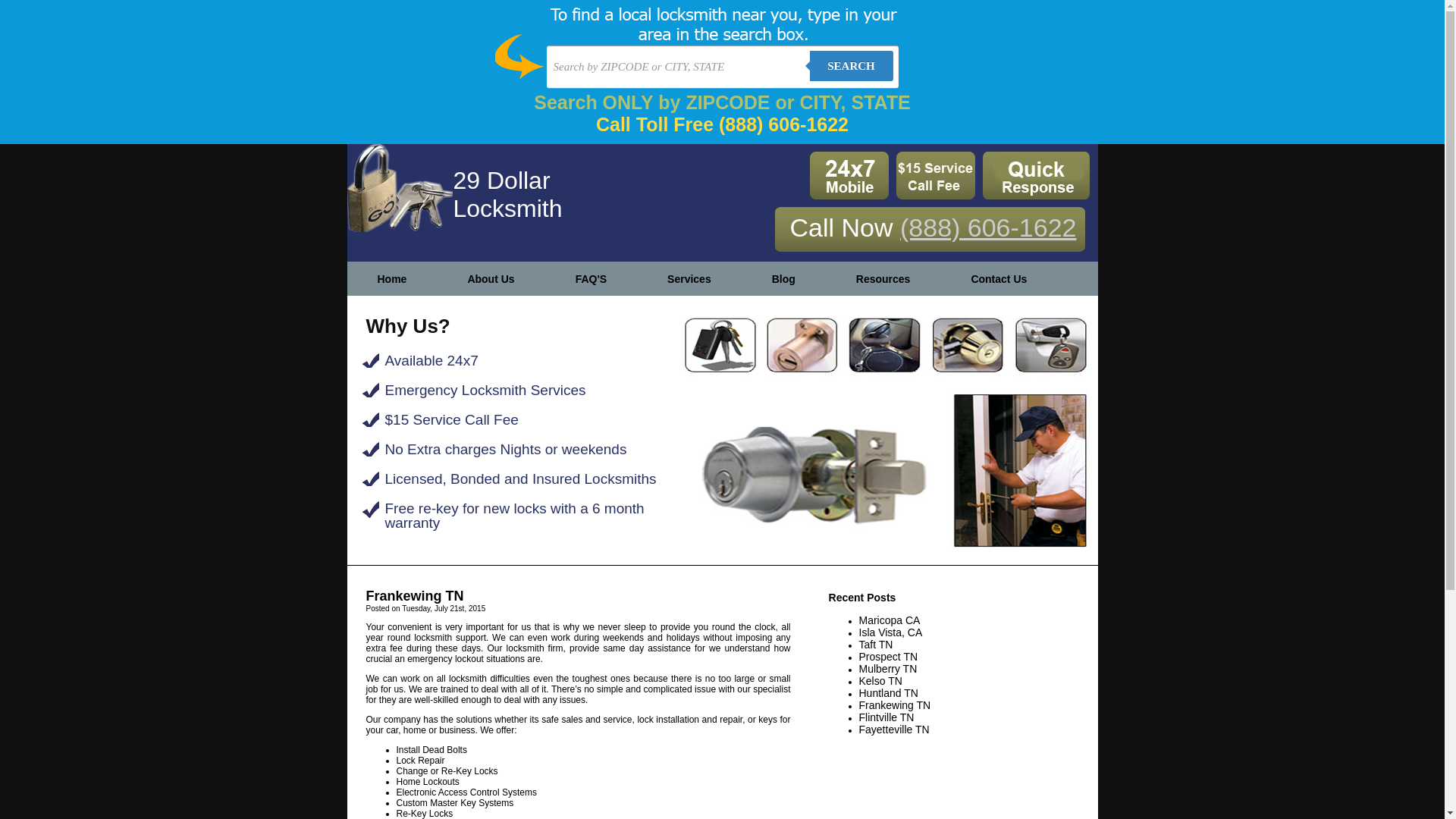  I want to click on 'Fayetteville TN', so click(893, 728).